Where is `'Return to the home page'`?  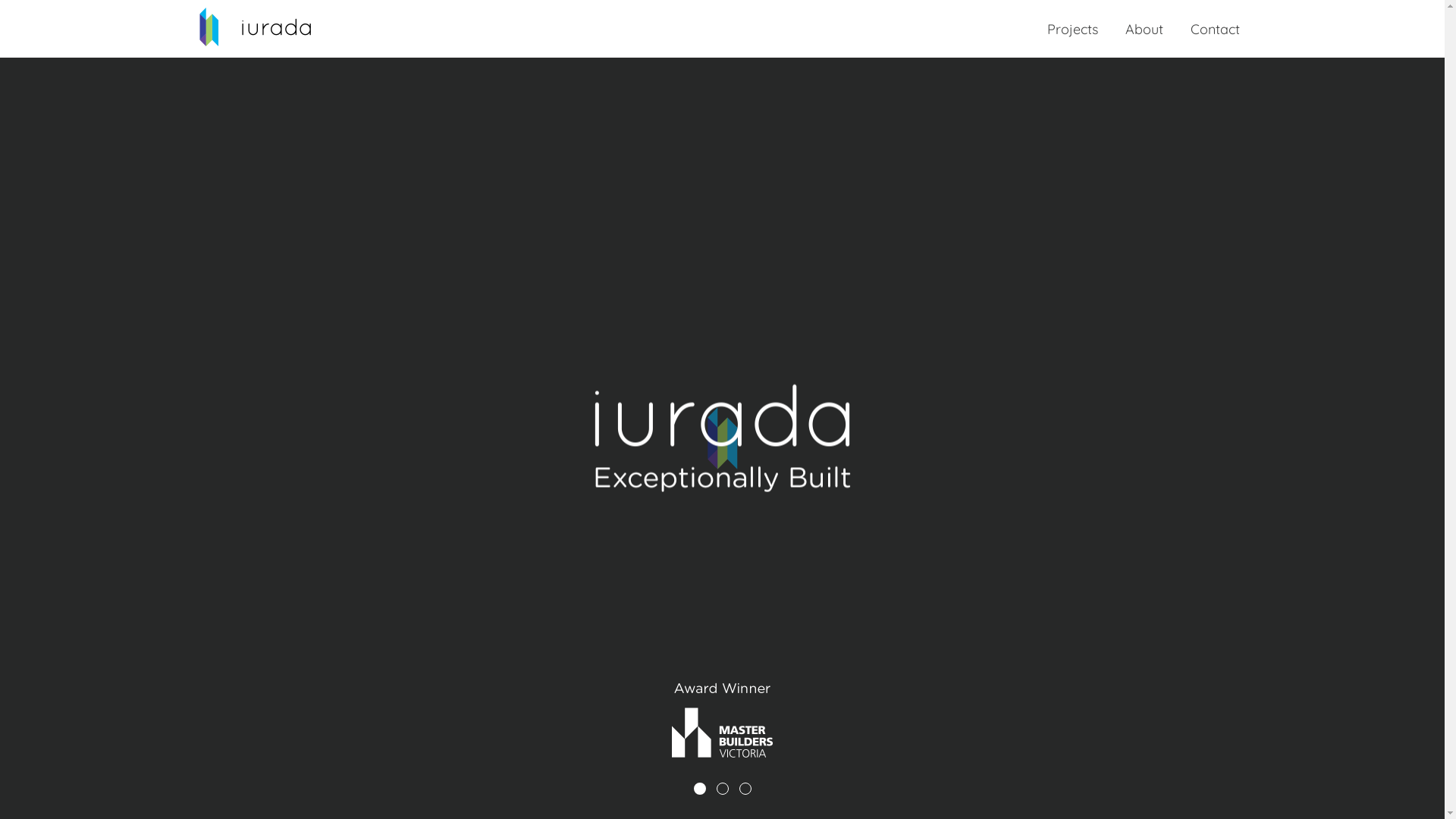 'Return to the home page' is located at coordinates (198, 25).